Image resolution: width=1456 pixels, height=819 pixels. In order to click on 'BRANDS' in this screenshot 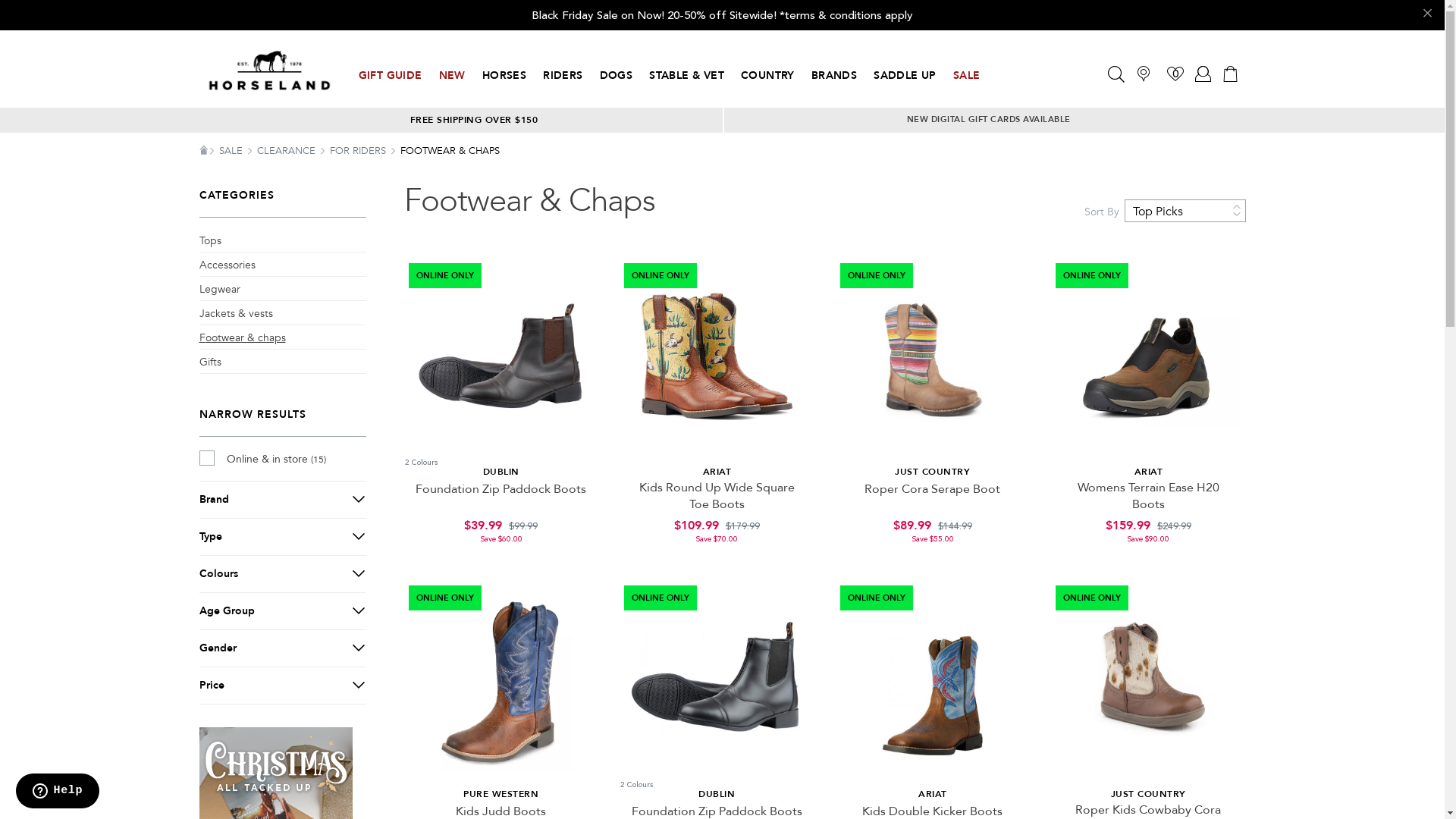, I will do `click(833, 76)`.